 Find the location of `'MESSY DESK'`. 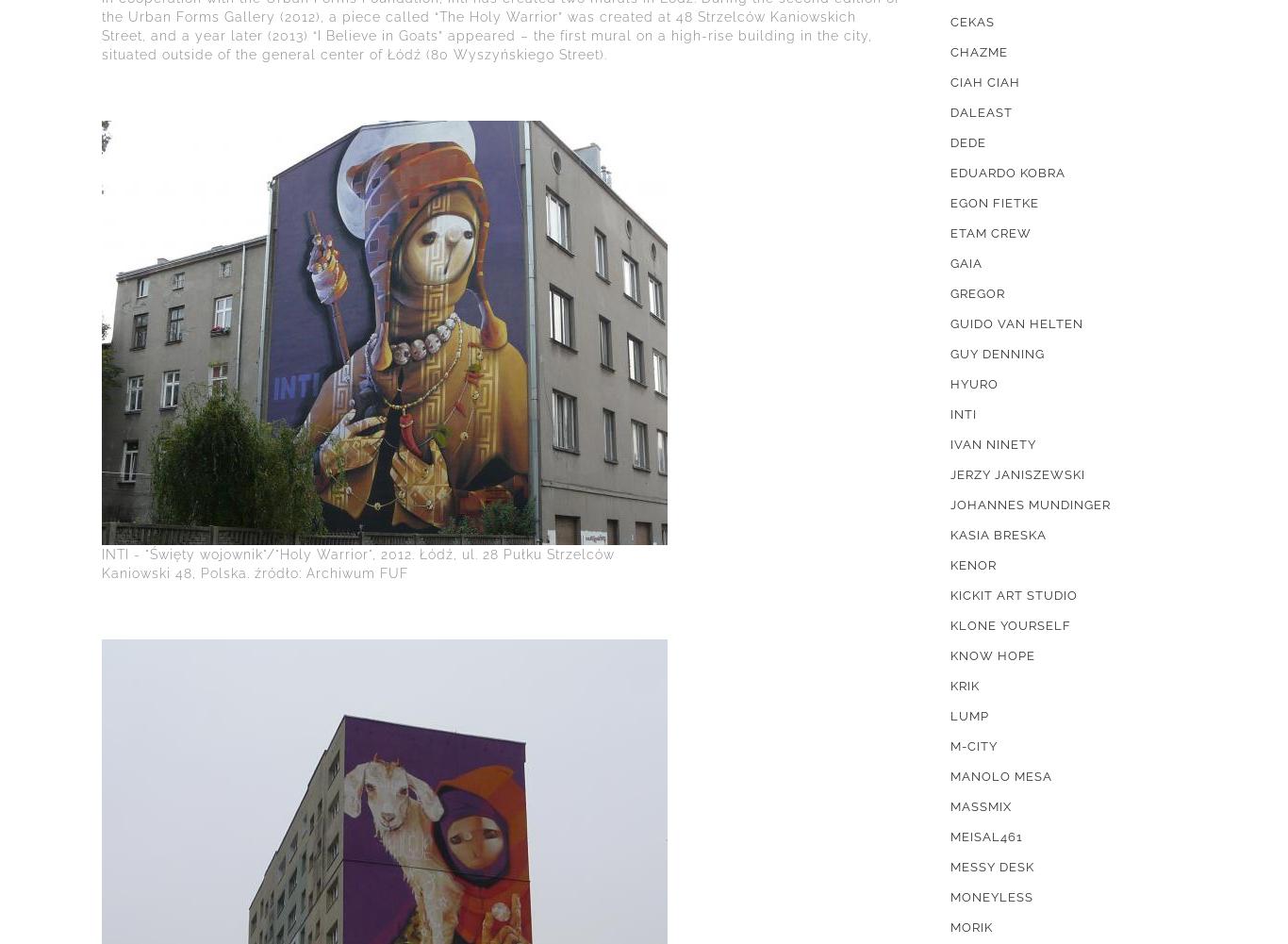

'MESSY DESK' is located at coordinates (991, 867).